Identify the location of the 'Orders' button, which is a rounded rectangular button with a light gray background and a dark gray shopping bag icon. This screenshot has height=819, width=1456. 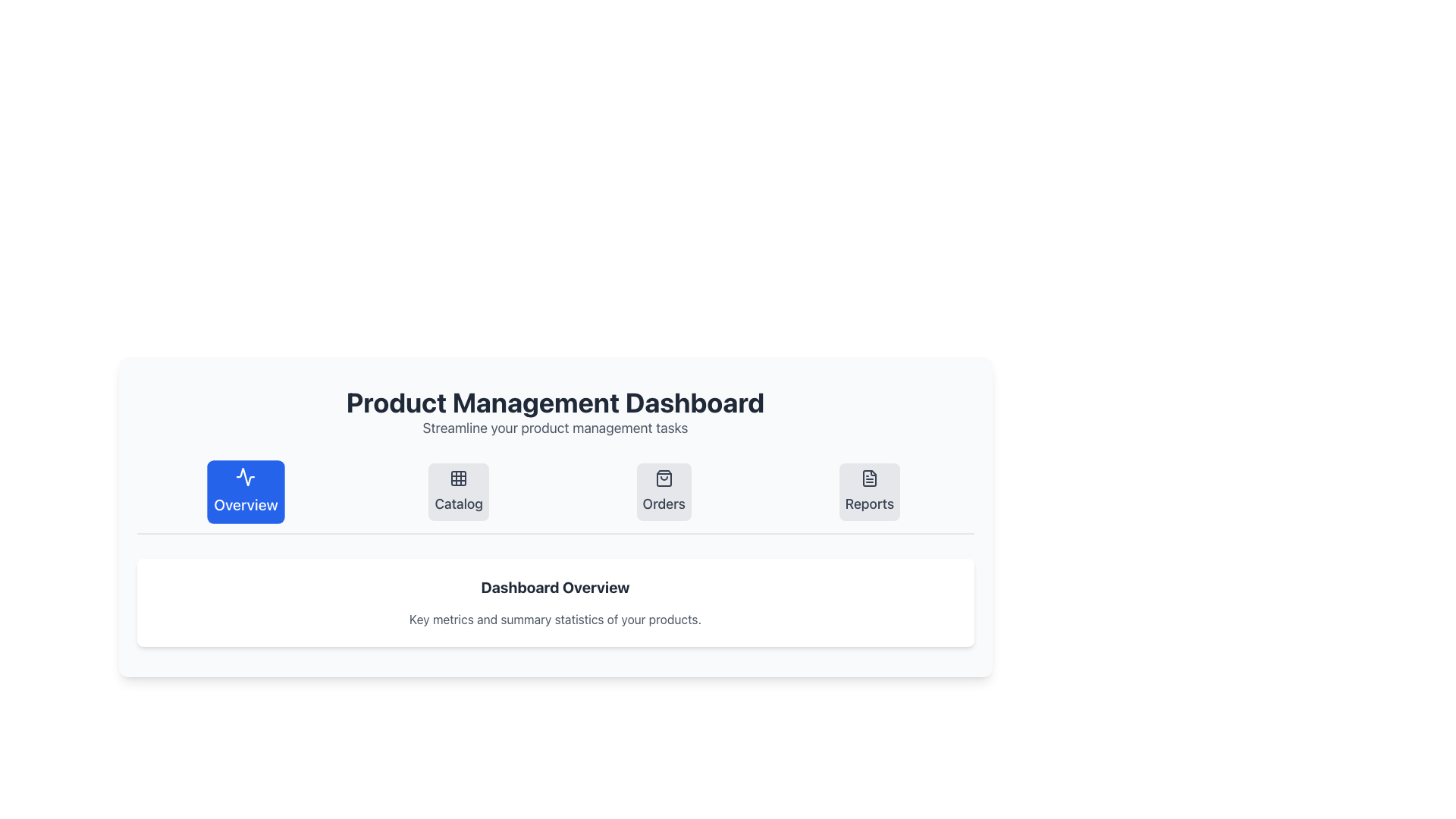
(664, 491).